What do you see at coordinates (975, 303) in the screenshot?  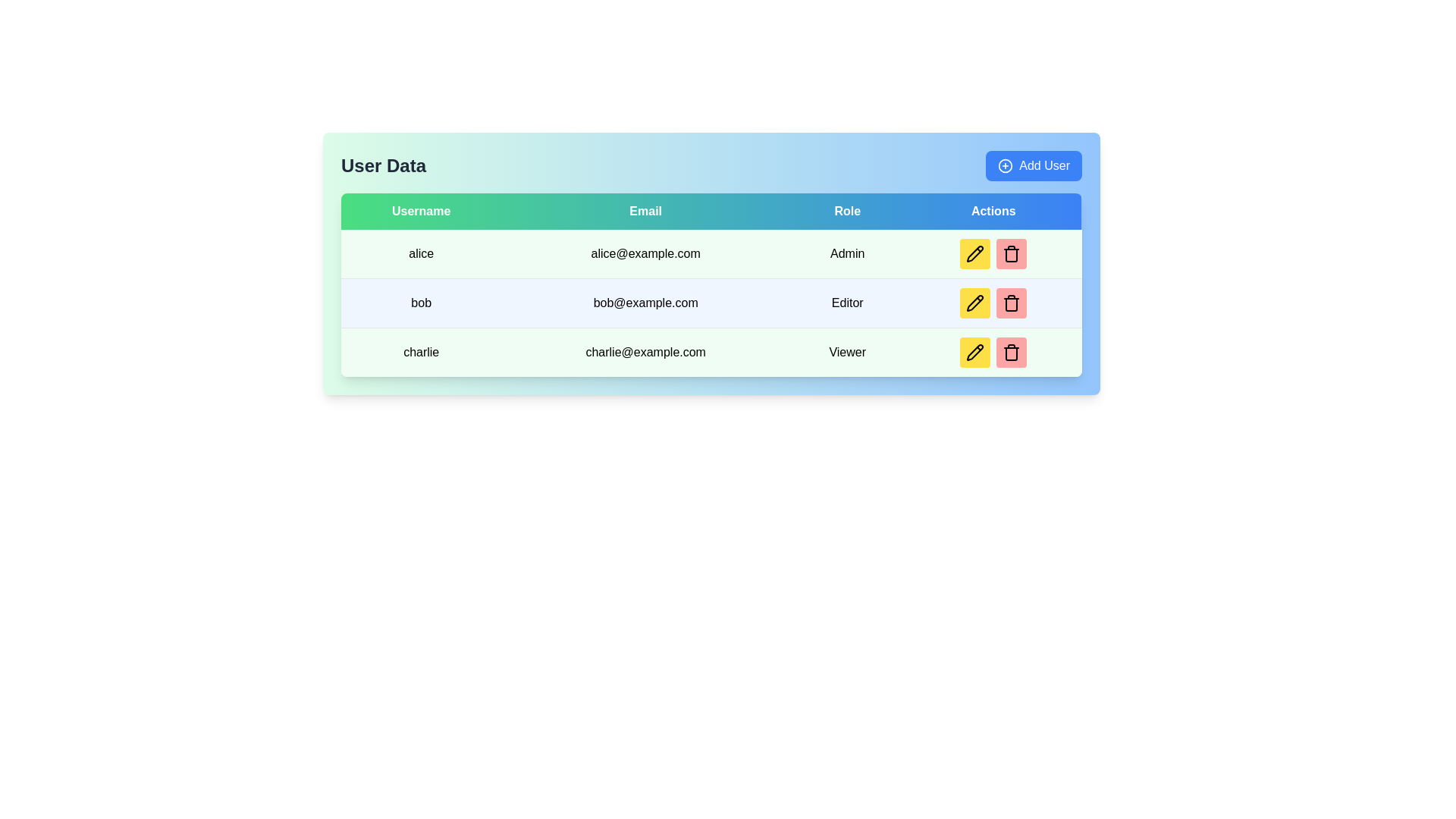 I see `the edit button in the 'Actions' column for the user 'bob@example.com' to observe the hover effect` at bounding box center [975, 303].